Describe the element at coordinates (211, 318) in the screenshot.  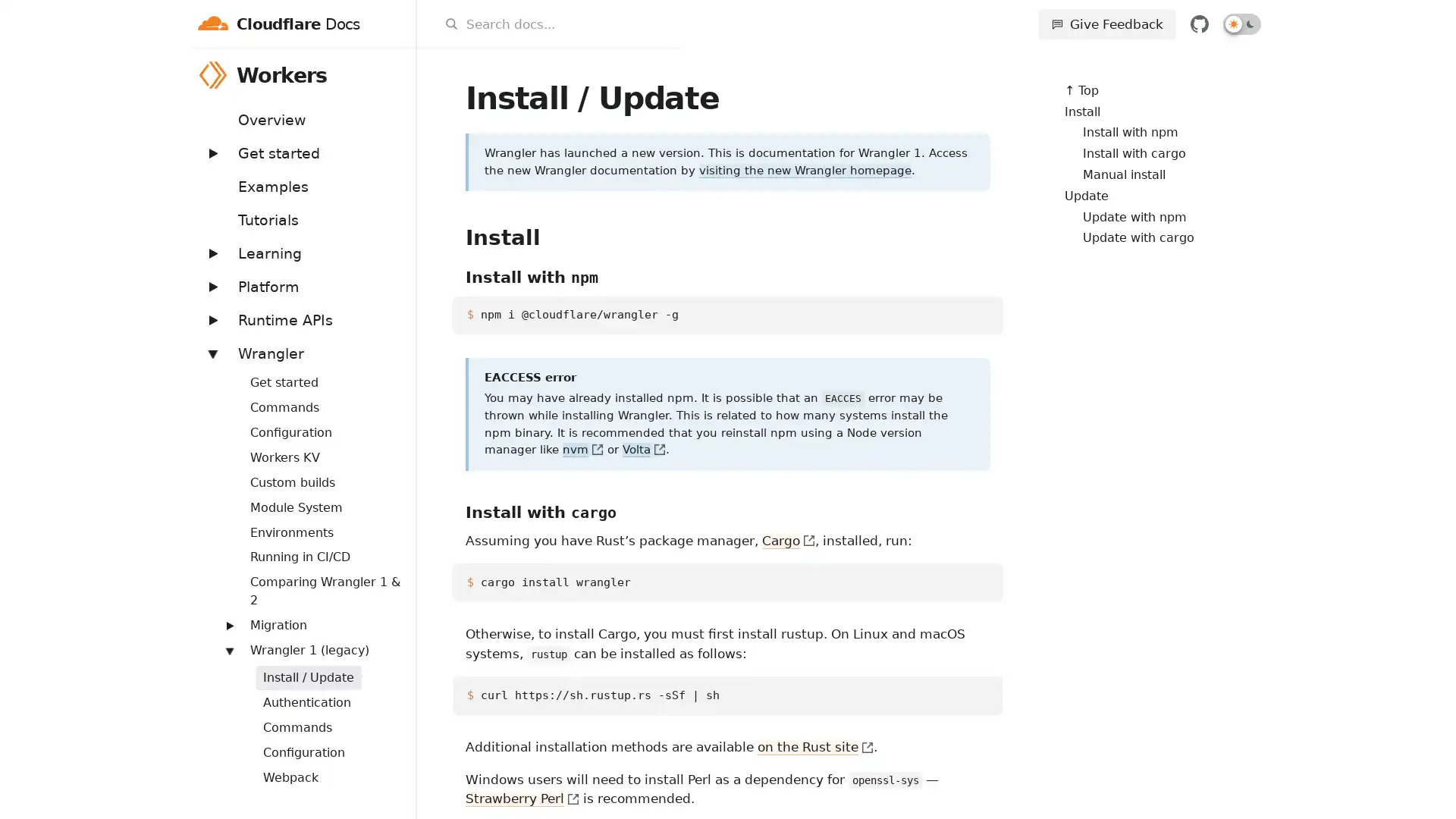
I see `Expand: Runtime APIs` at that location.